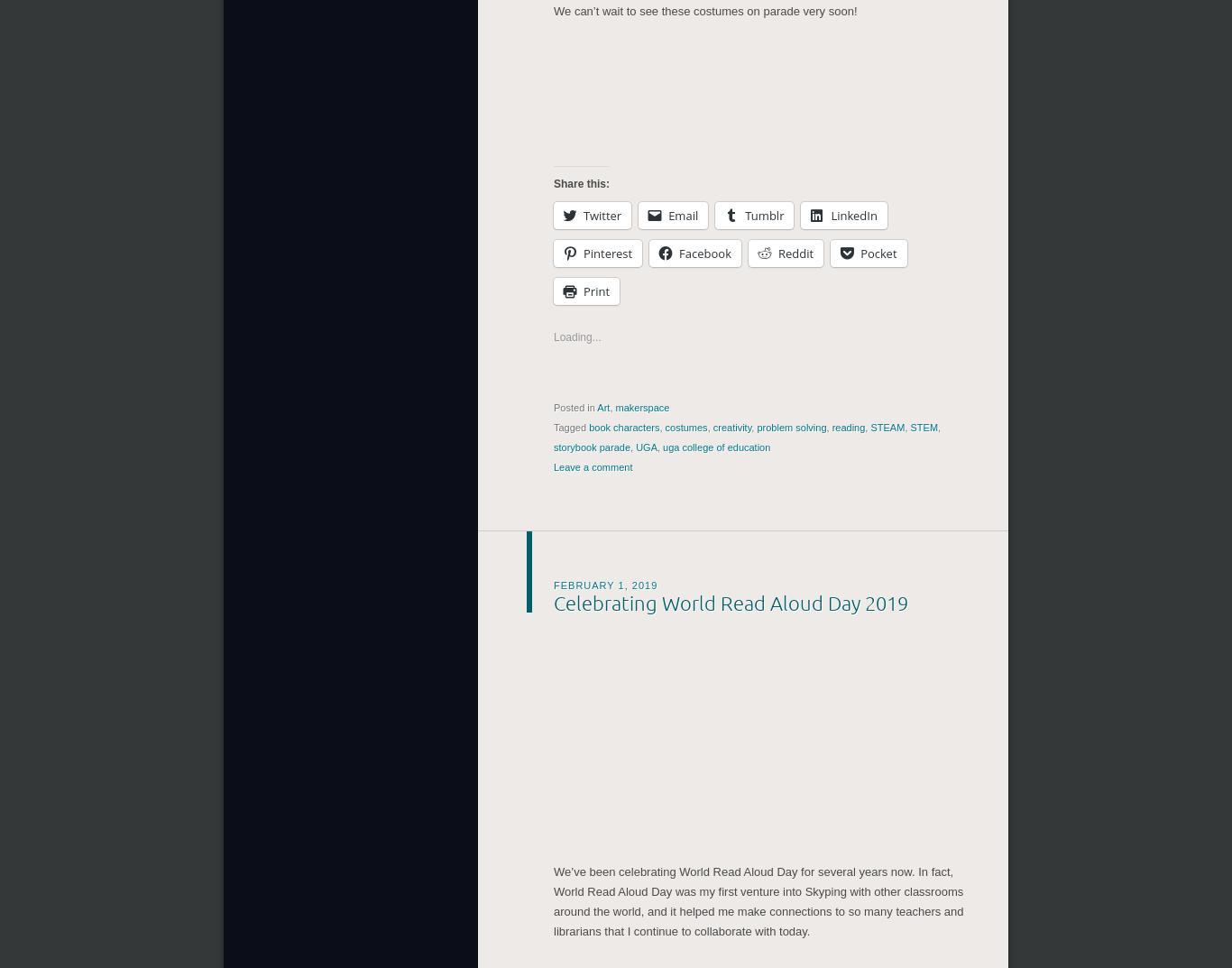 This screenshot has height=968, width=1232. What do you see at coordinates (744, 211) in the screenshot?
I see `'Tumblr'` at bounding box center [744, 211].